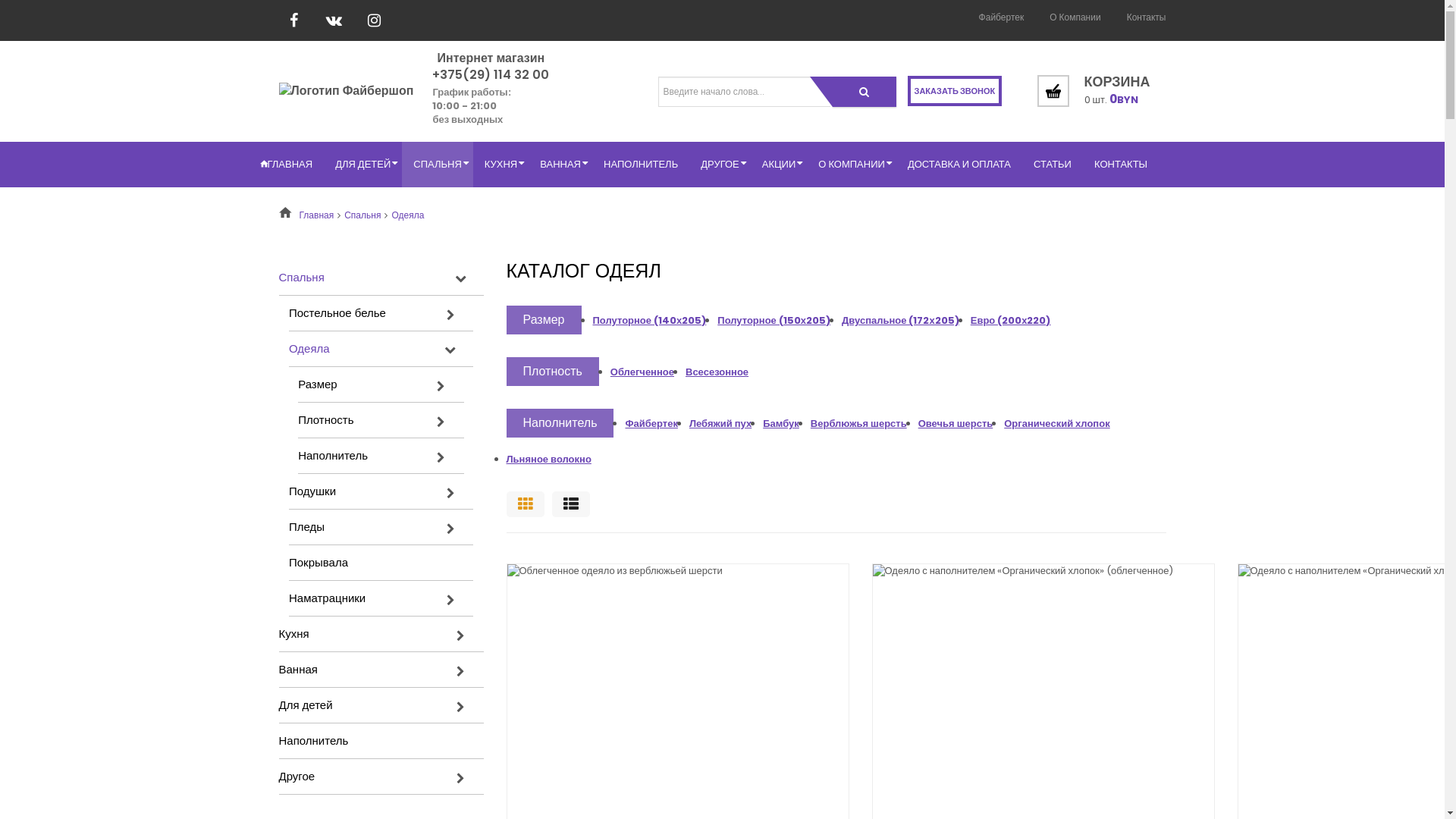 The height and width of the screenshot is (819, 1456). I want to click on 'Facebook', so click(294, 20).